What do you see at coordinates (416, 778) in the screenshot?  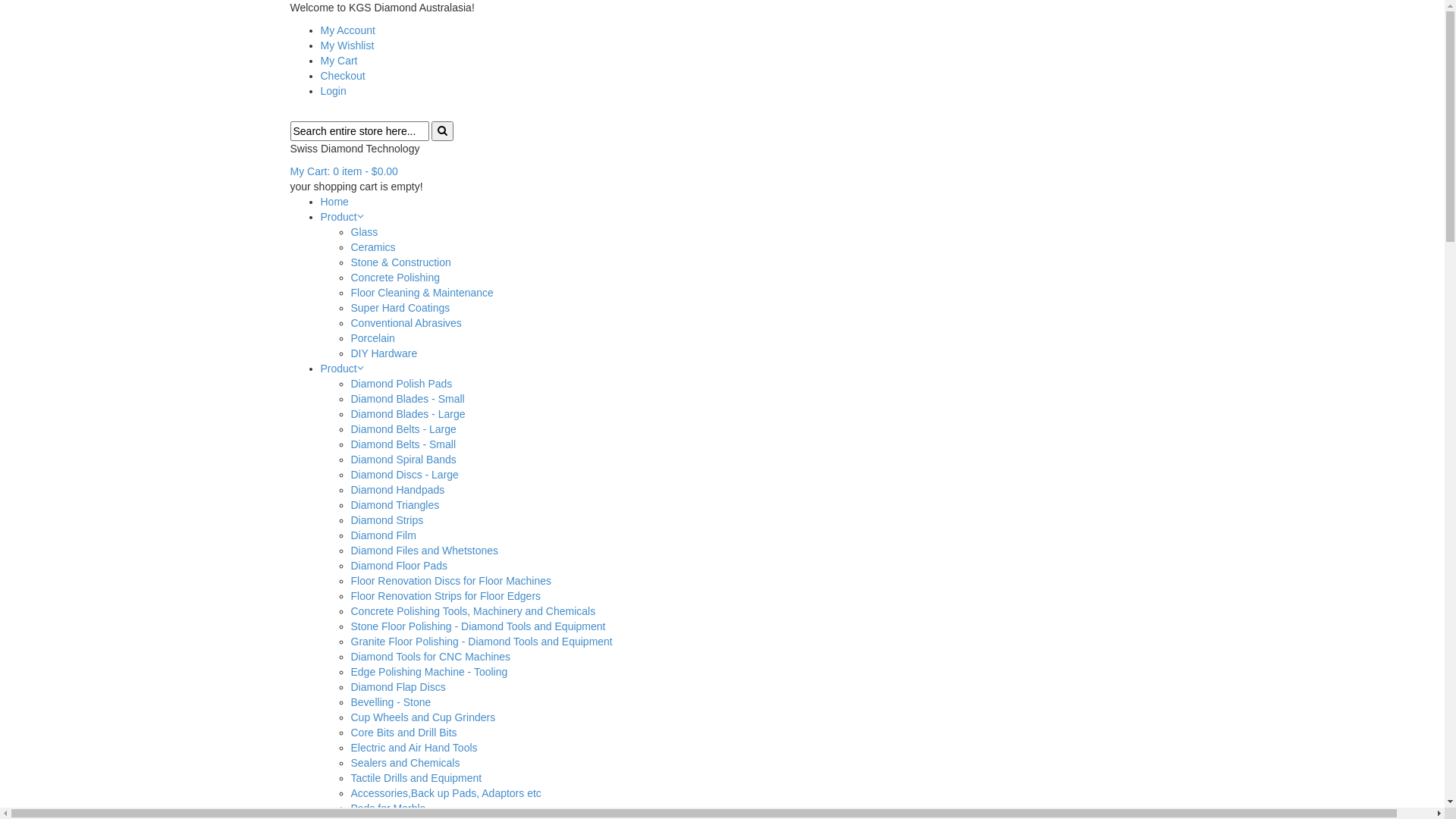 I see `'Tactile Drills and Equipment'` at bounding box center [416, 778].